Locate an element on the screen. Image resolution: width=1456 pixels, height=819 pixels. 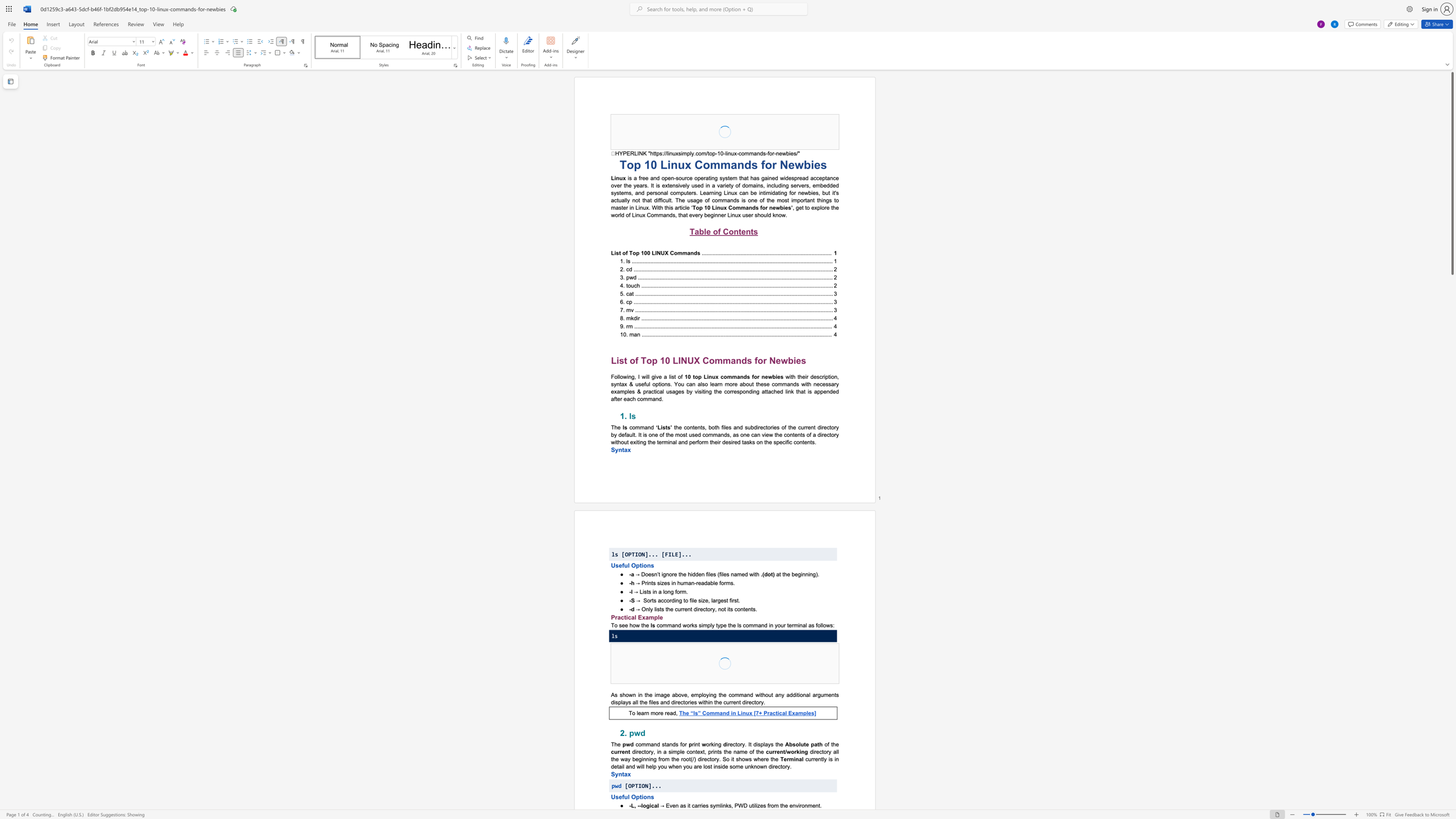
the scrollbar to slide the page down is located at coordinates (1451, 469).